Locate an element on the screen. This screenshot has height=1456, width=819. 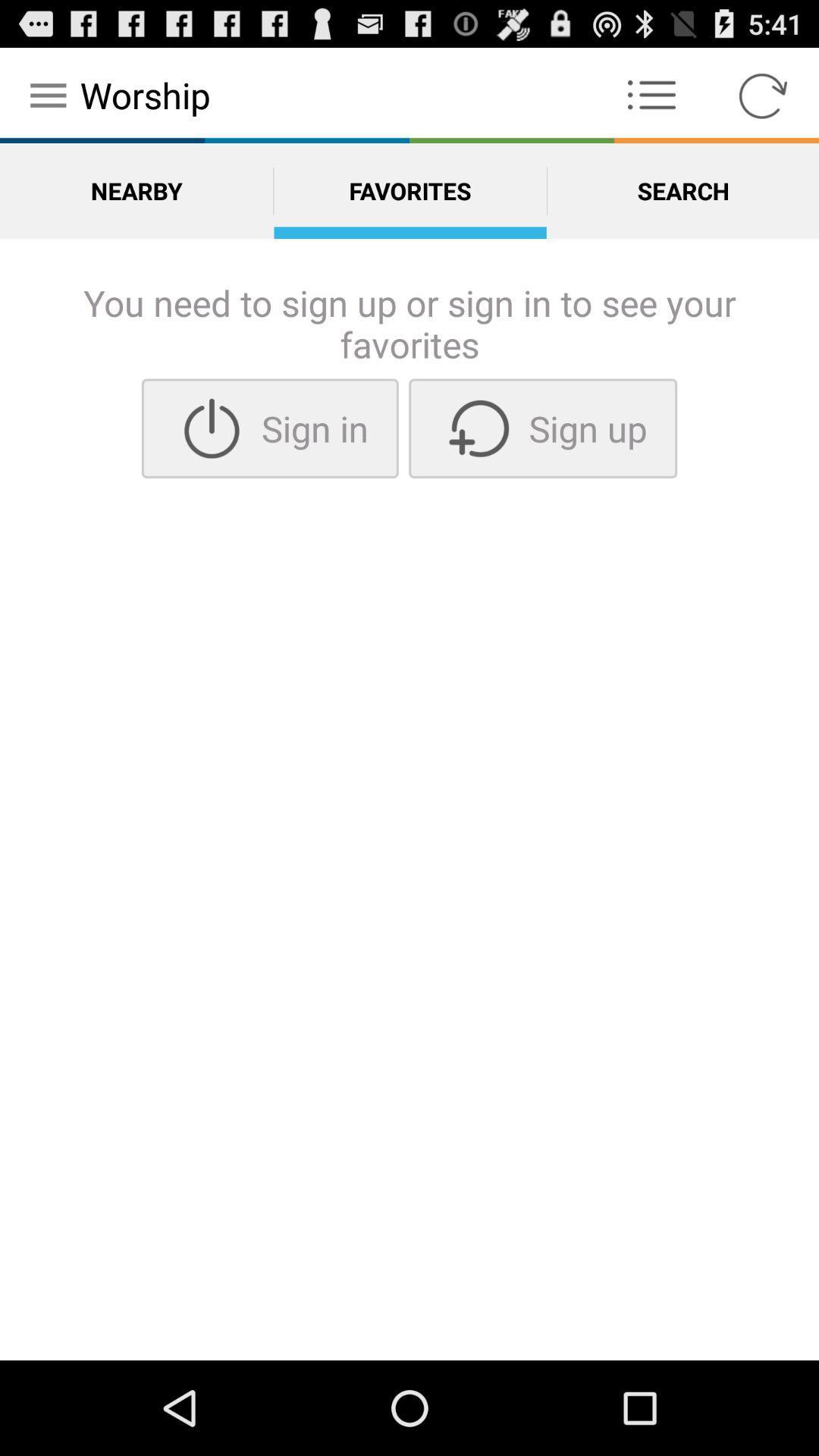
item above search app is located at coordinates (763, 94).